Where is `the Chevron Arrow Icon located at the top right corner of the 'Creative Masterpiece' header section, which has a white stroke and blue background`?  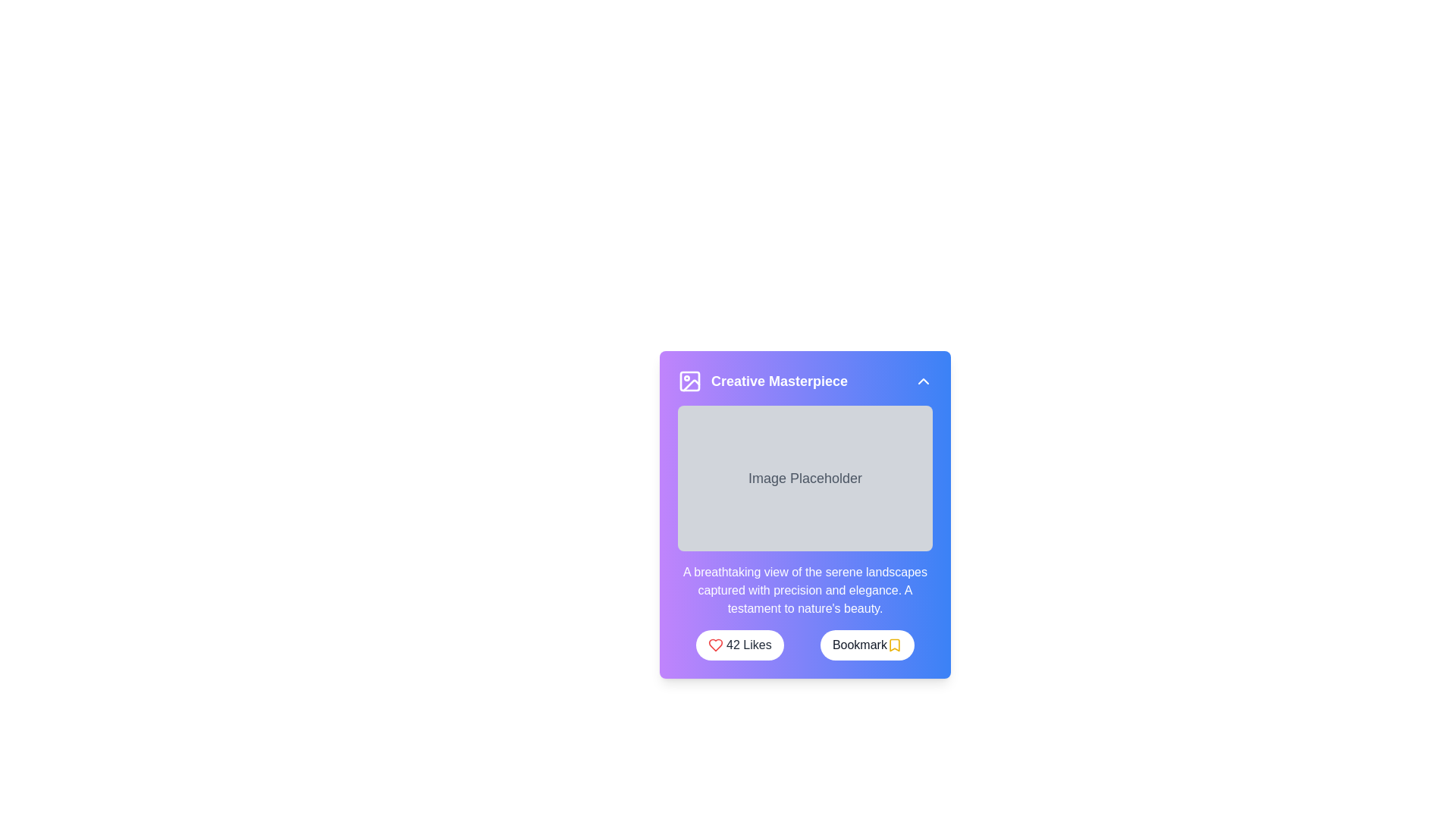 the Chevron Arrow Icon located at the top right corner of the 'Creative Masterpiece' header section, which has a white stroke and blue background is located at coordinates (923, 380).